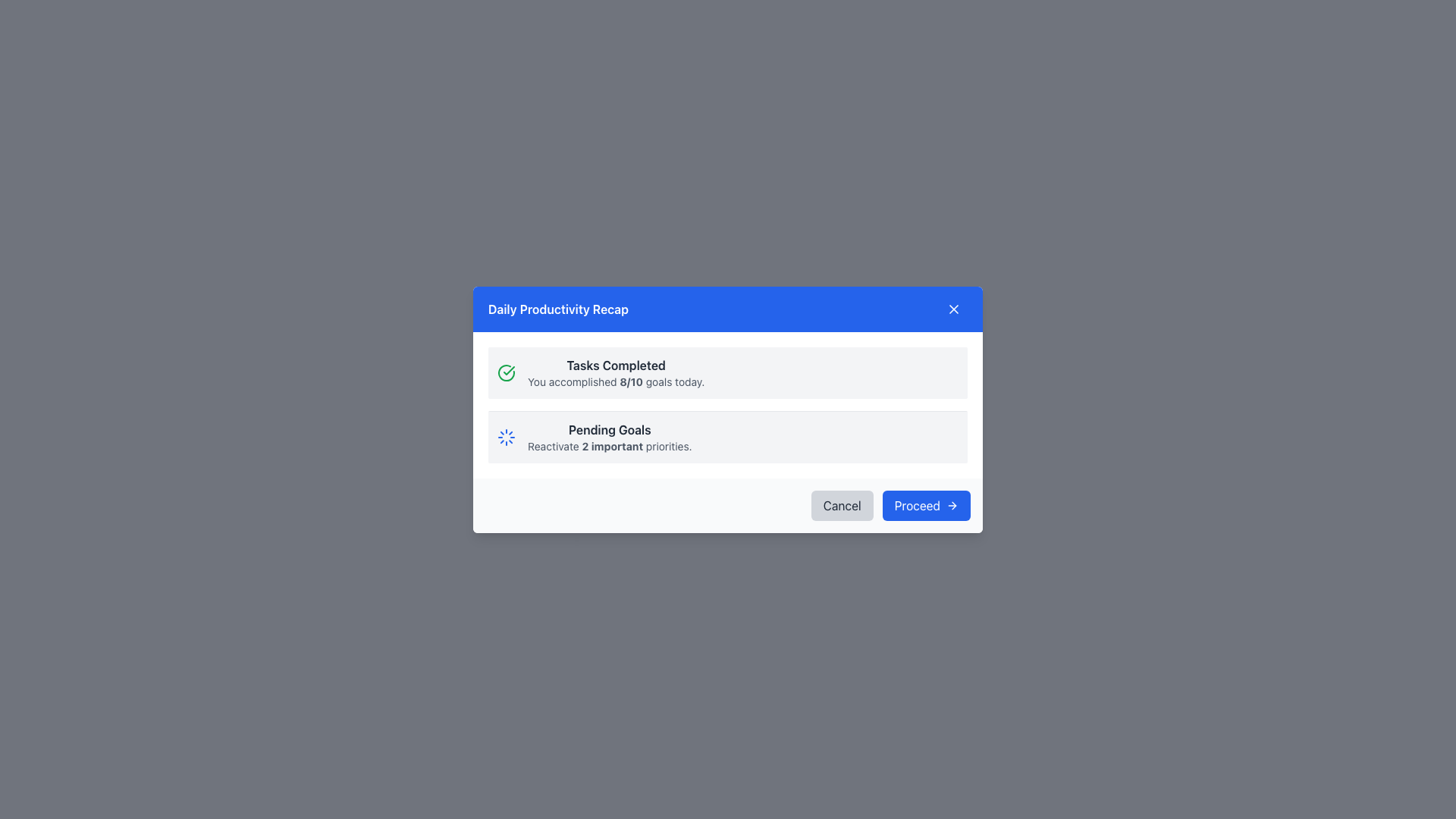 This screenshot has height=819, width=1456. Describe the element at coordinates (610, 429) in the screenshot. I see `the text label reading 'Pending Goals' which is located within the 'Daily Productivity Recap' dialog box, positioned below 'Tasks Completed'` at that location.